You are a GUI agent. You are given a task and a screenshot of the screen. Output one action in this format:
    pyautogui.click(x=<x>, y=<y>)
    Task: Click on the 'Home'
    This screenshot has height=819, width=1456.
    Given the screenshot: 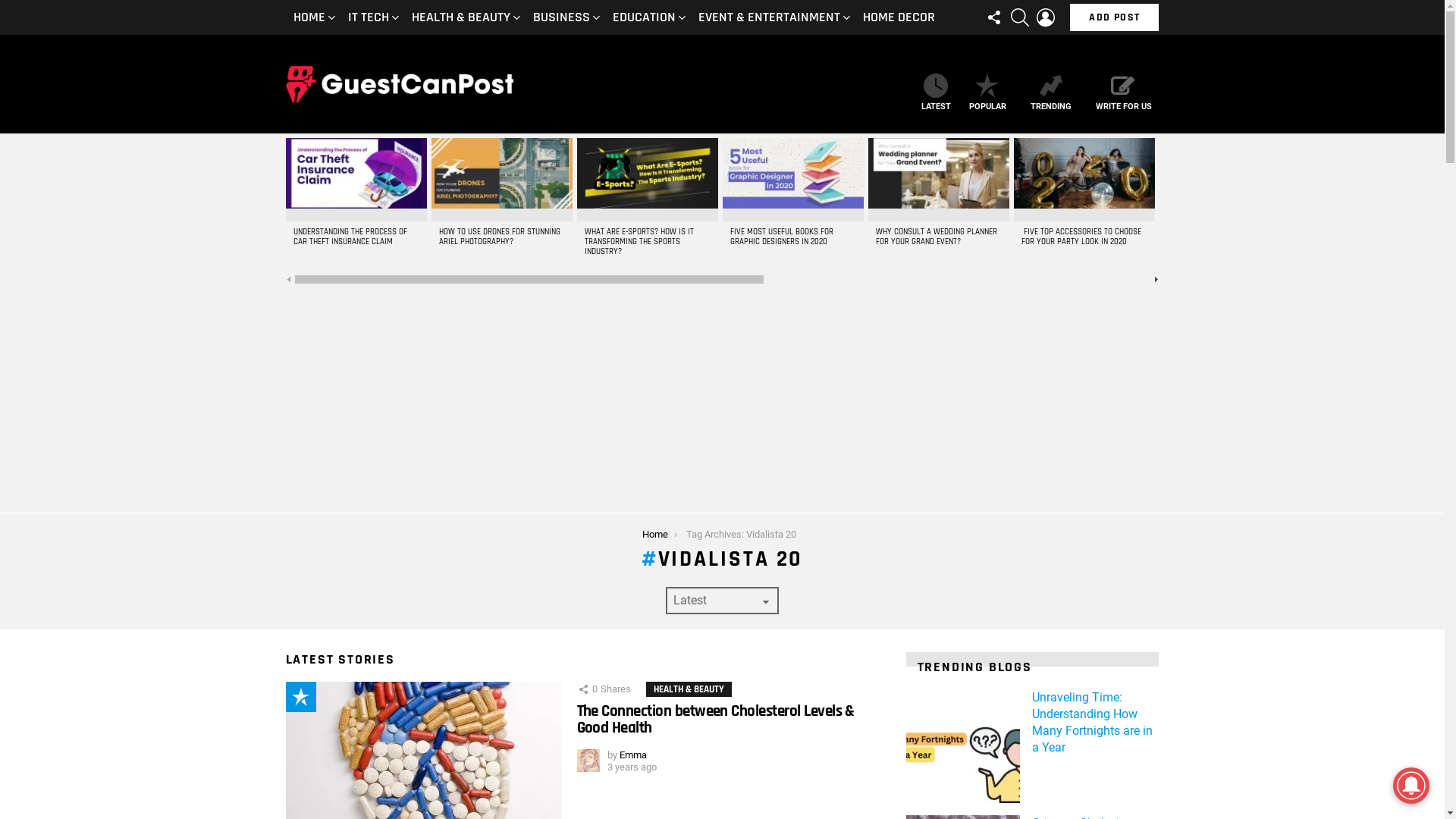 What is the action you would take?
    pyautogui.click(x=655, y=533)
    